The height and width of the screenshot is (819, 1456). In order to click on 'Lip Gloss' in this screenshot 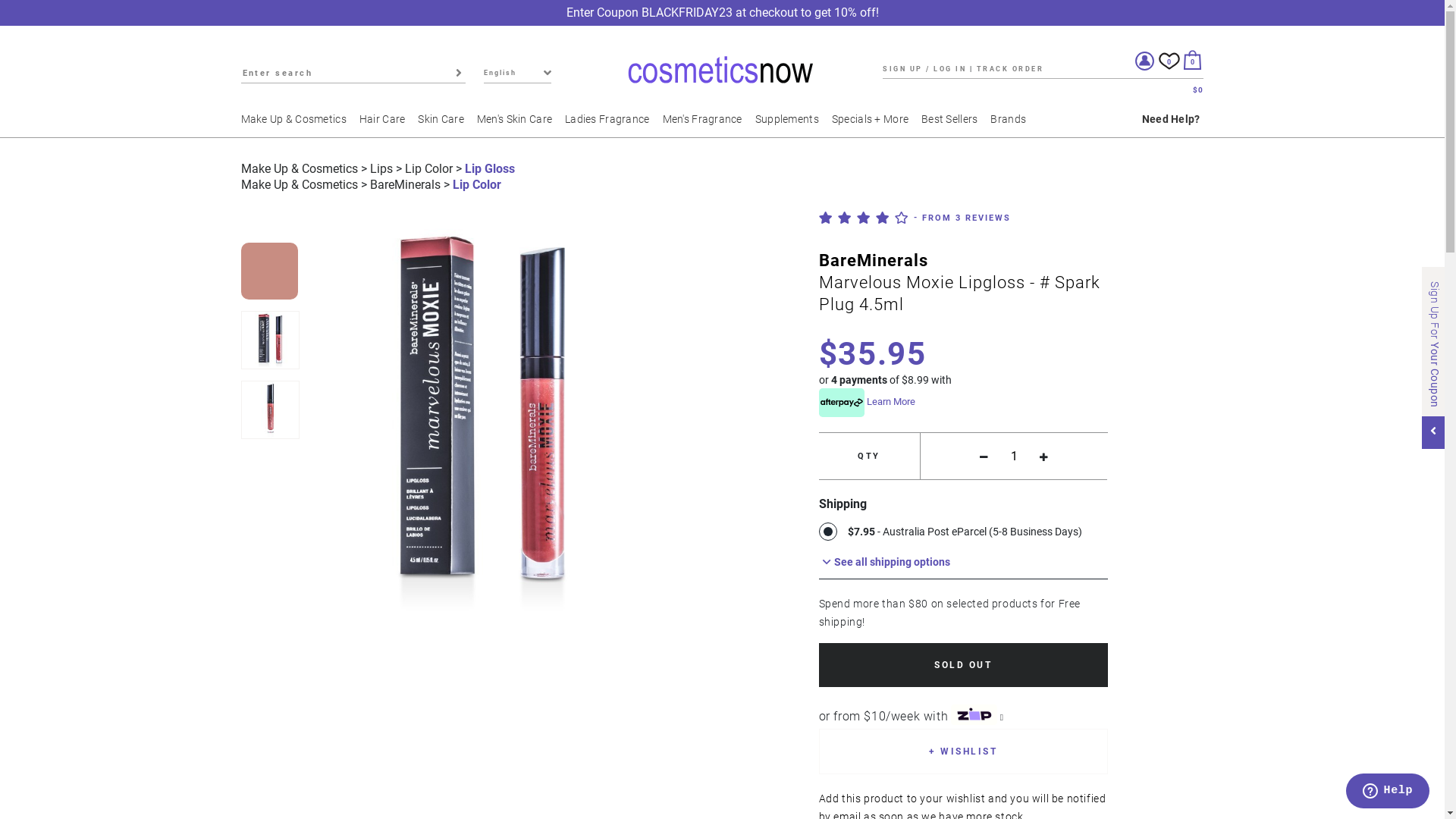, I will do `click(488, 168)`.